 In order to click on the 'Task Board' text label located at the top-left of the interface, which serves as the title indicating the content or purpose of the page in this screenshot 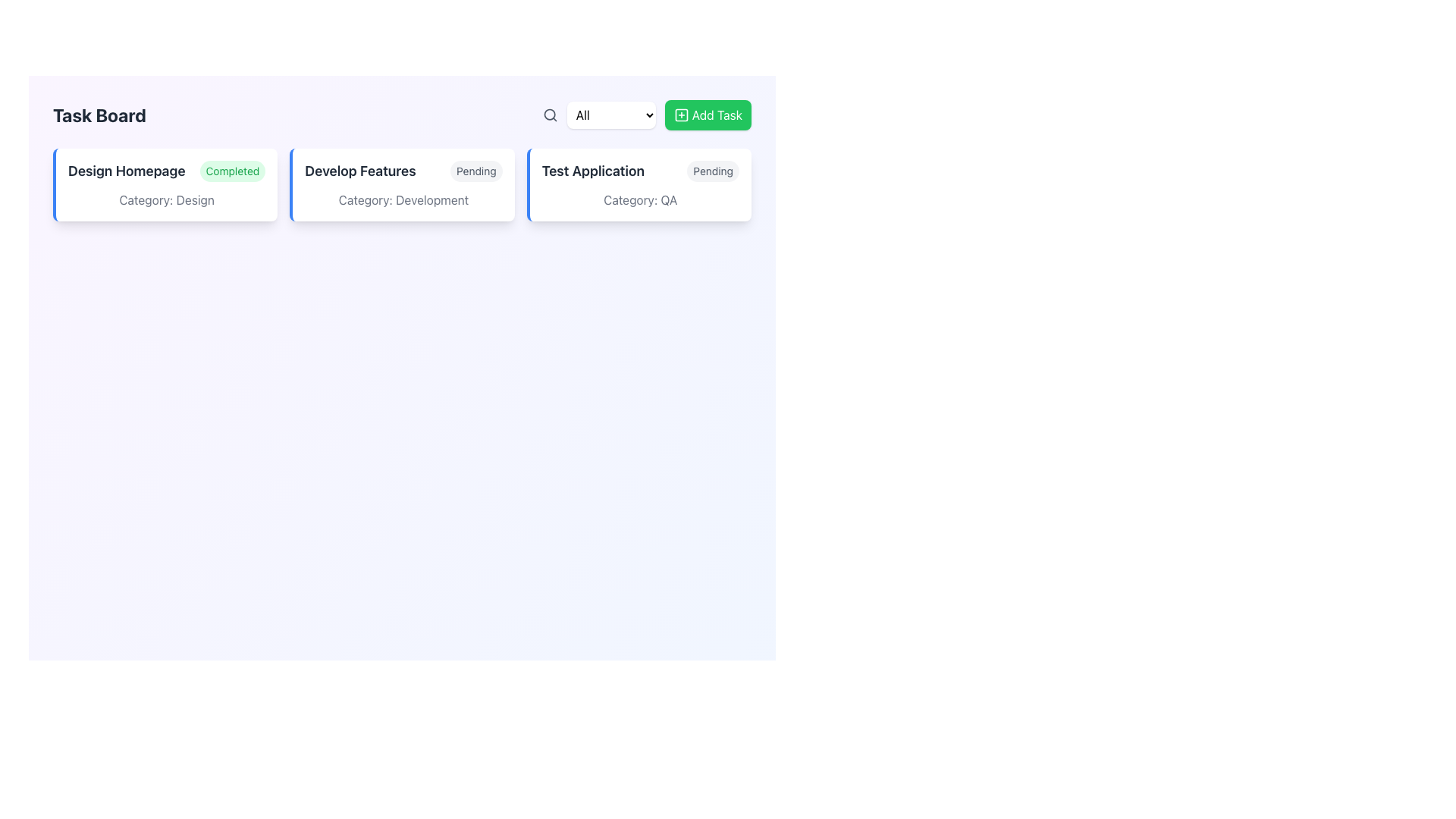, I will do `click(99, 114)`.